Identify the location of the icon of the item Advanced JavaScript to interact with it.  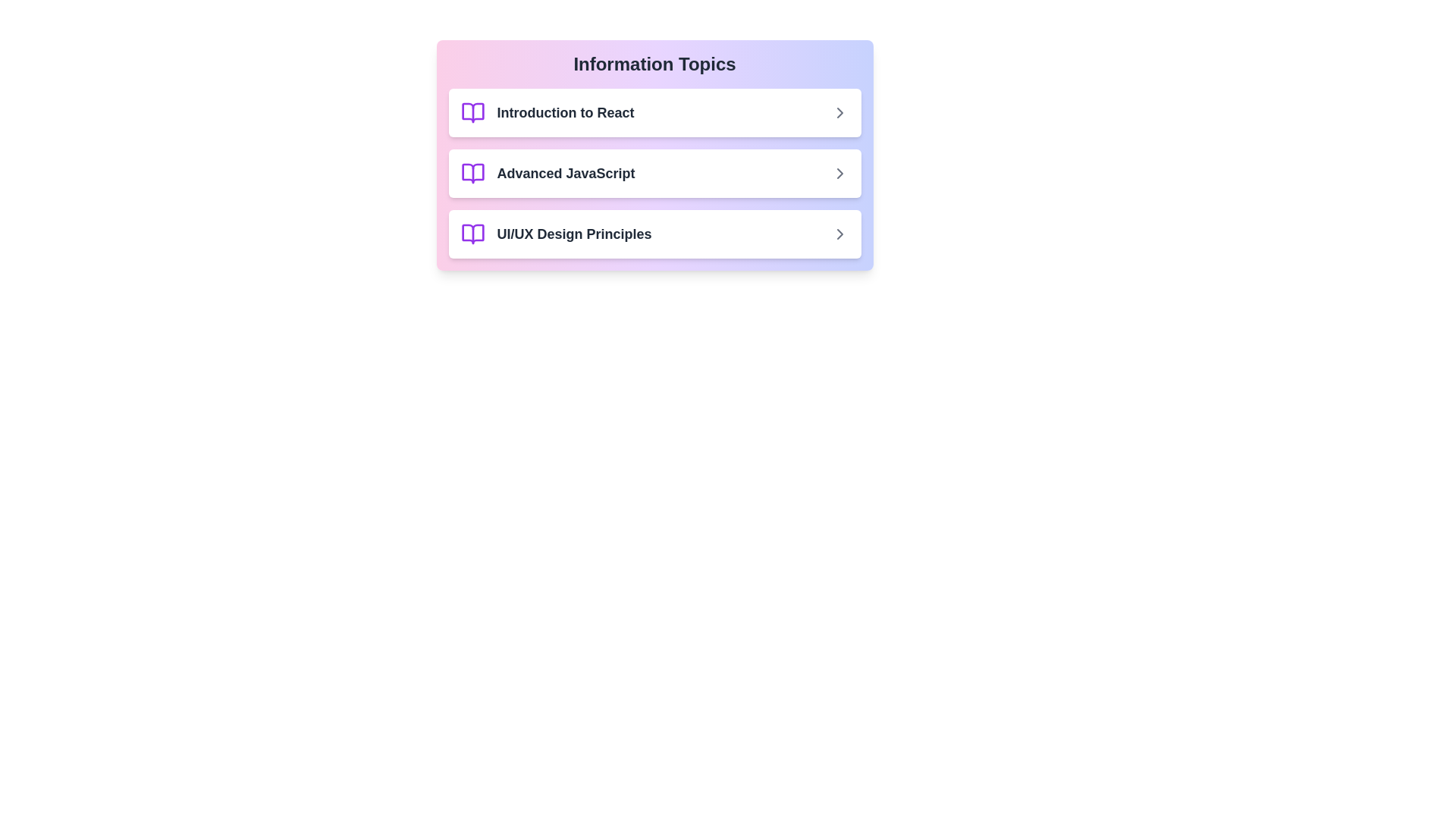
(472, 172).